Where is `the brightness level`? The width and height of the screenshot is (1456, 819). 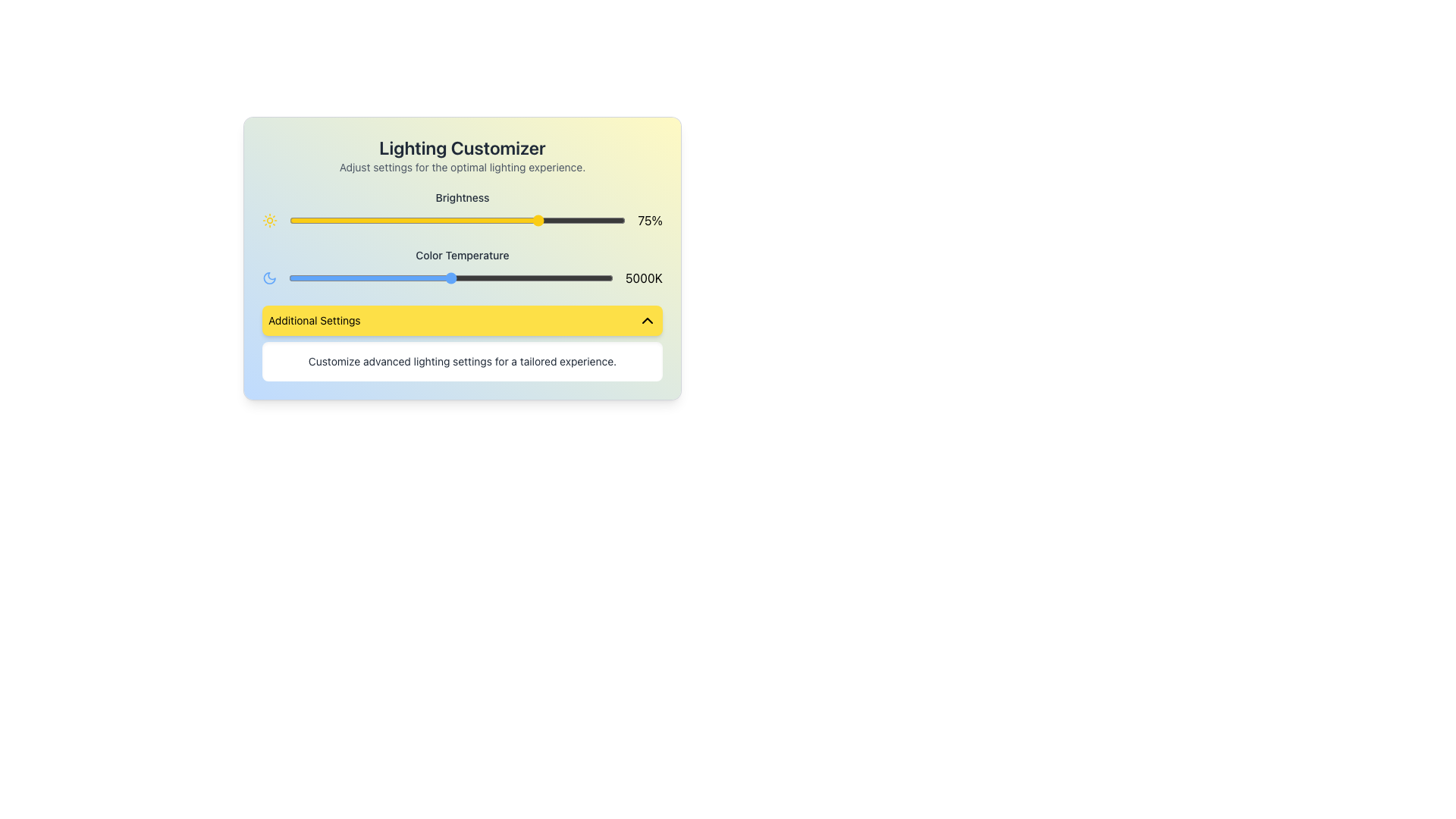 the brightness level is located at coordinates (417, 220).